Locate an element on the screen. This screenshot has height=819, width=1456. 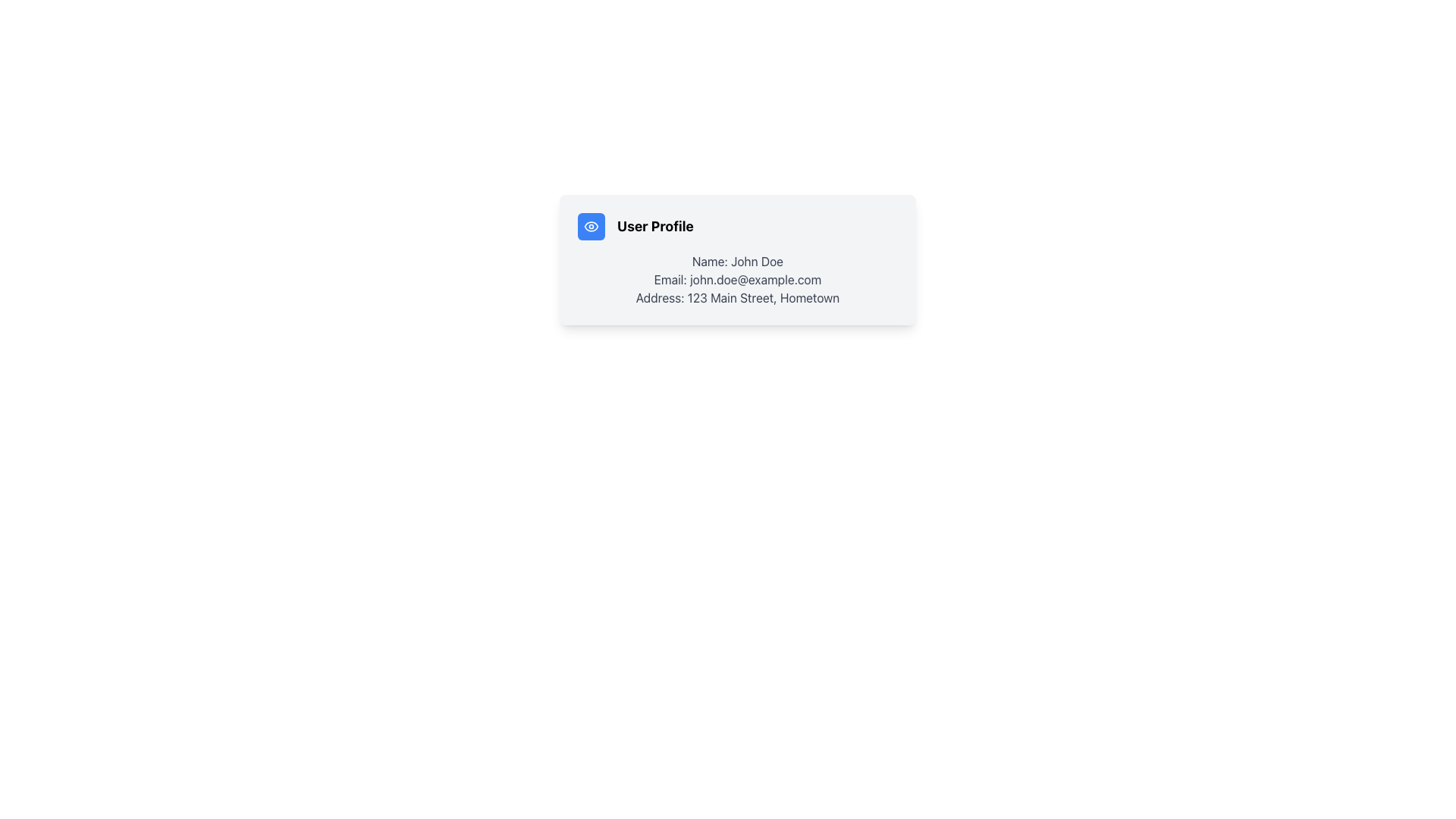
the 'User Profile' heading text, which is bold and prominently displayed in a large font at the top-left corner of the user information card is located at coordinates (655, 227).